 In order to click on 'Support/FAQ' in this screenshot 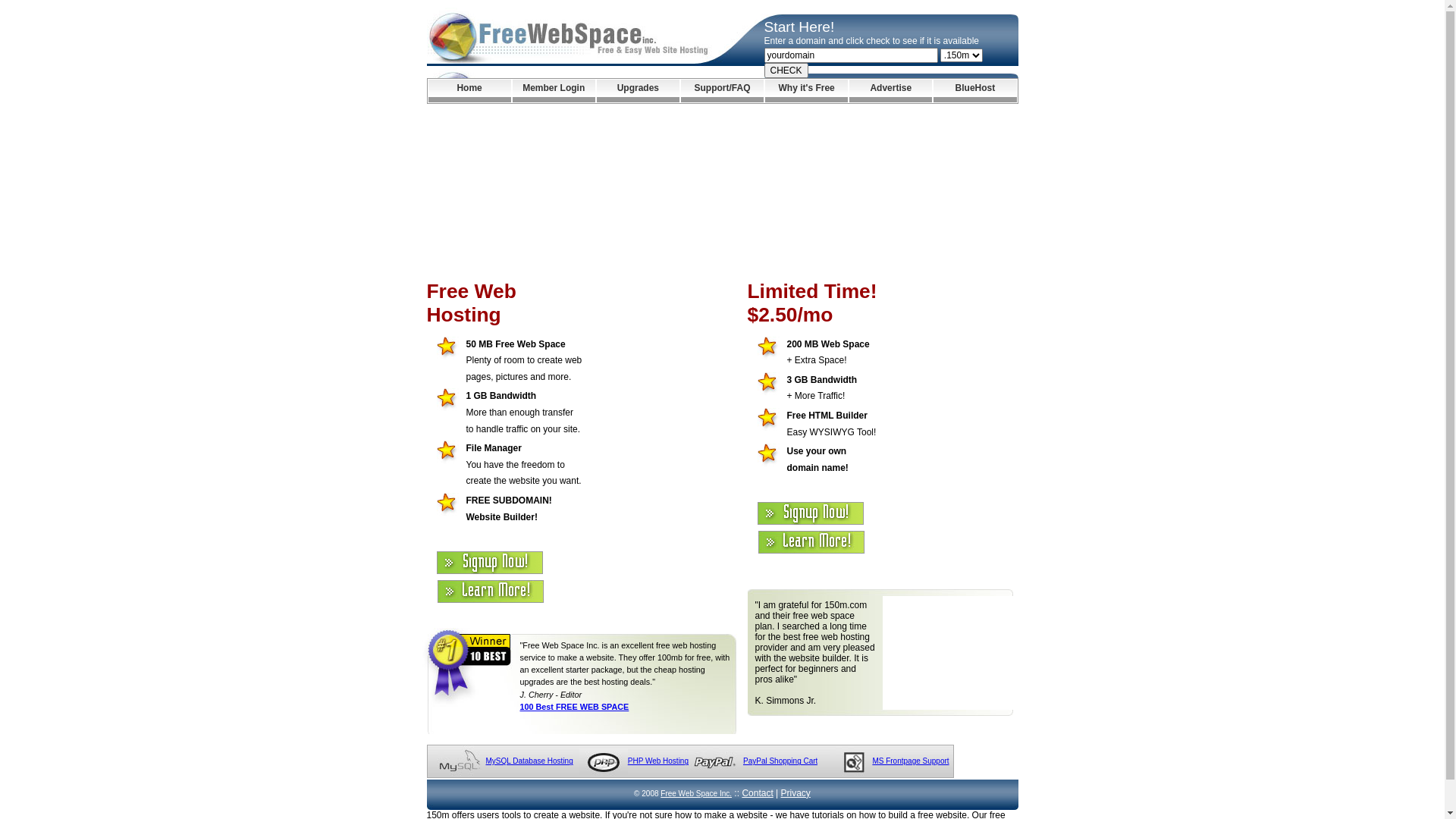, I will do `click(721, 90)`.